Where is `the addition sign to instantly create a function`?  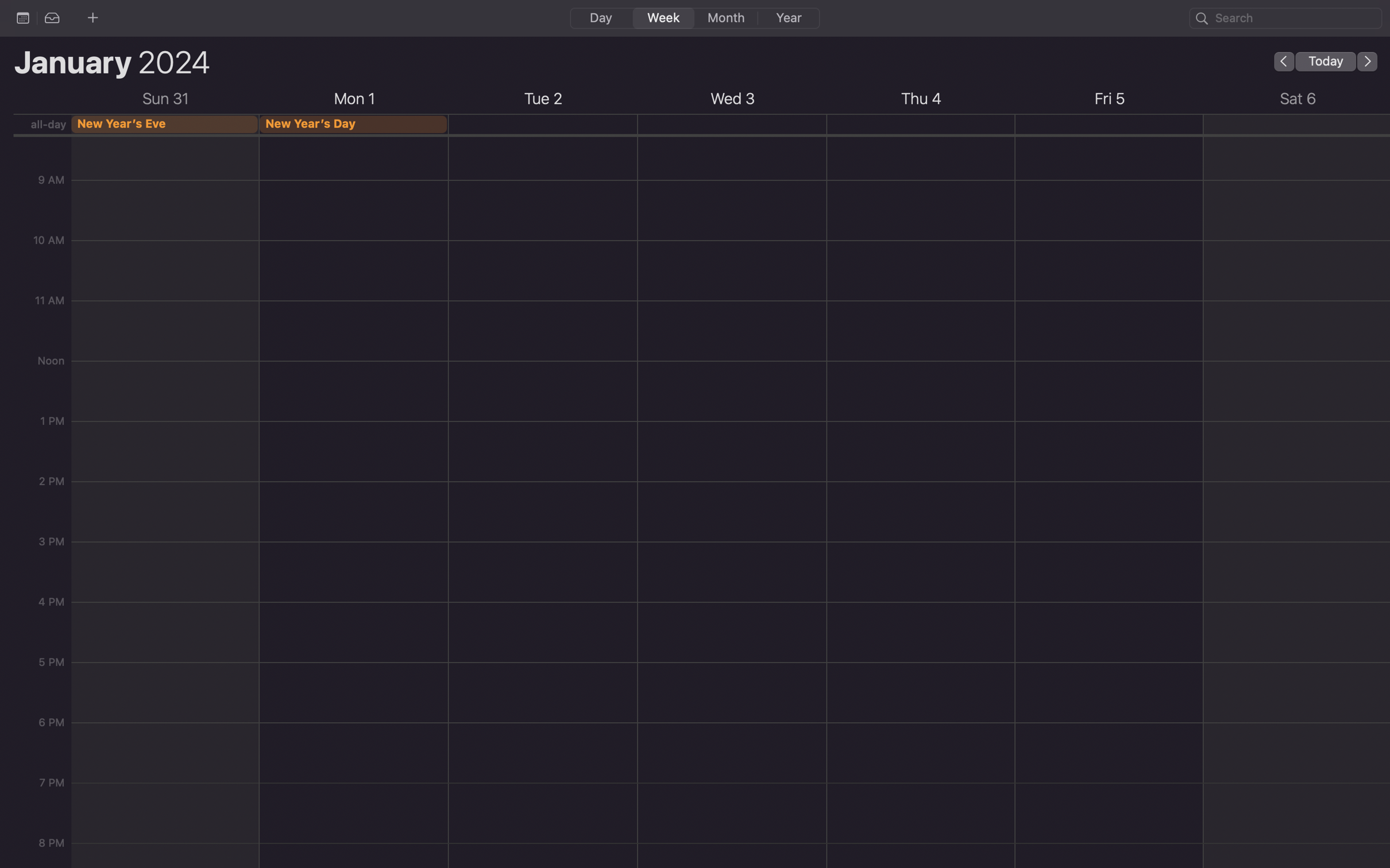 the addition sign to instantly create a function is located at coordinates (92, 17).